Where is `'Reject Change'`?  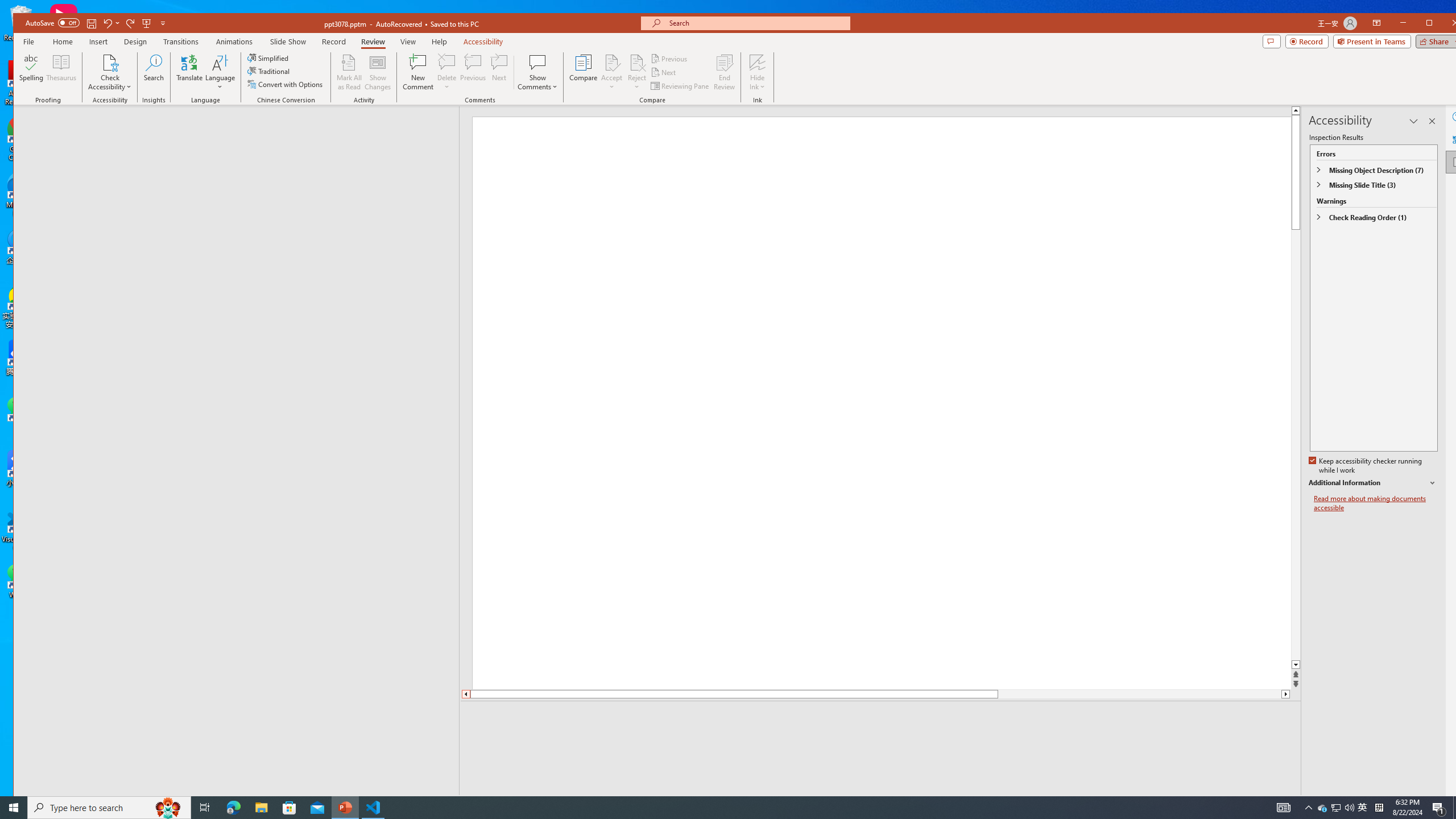
'Reject Change' is located at coordinates (637, 61).